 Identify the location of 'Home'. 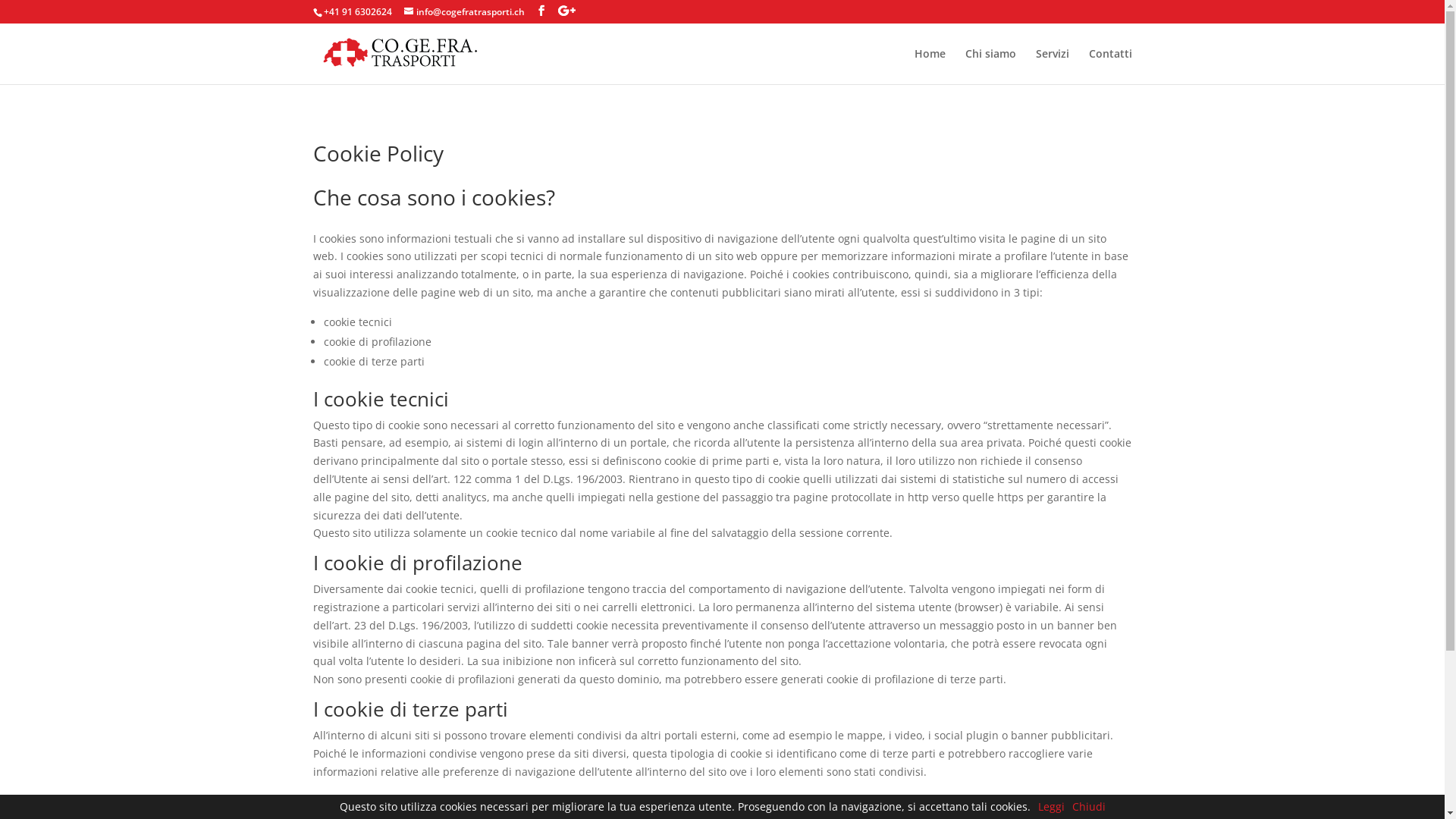
(929, 65).